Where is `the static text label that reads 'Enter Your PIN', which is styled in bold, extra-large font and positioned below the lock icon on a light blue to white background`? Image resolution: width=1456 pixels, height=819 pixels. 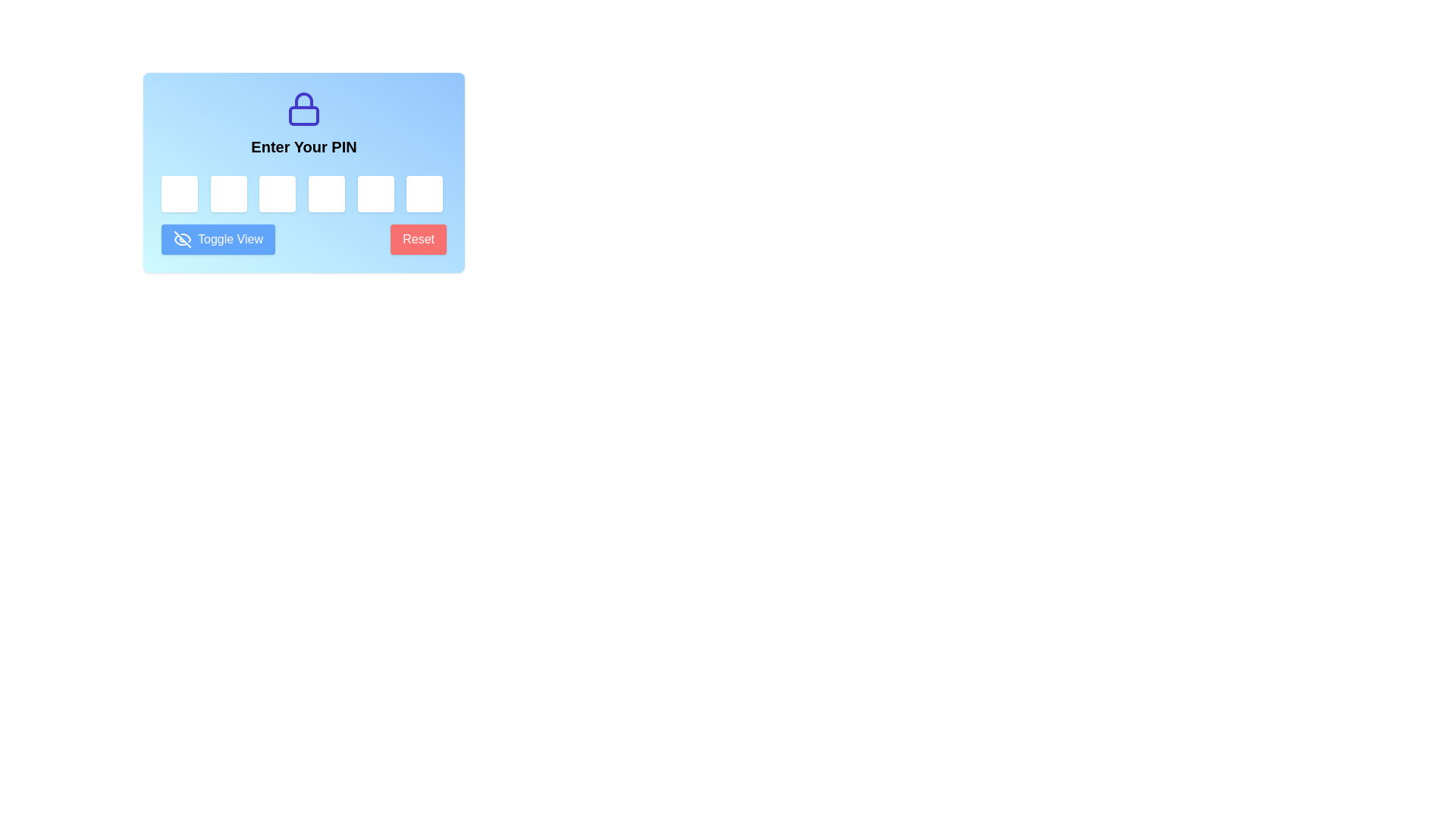
the static text label that reads 'Enter Your PIN', which is styled in bold, extra-large font and positioned below the lock icon on a light blue to white background is located at coordinates (303, 146).